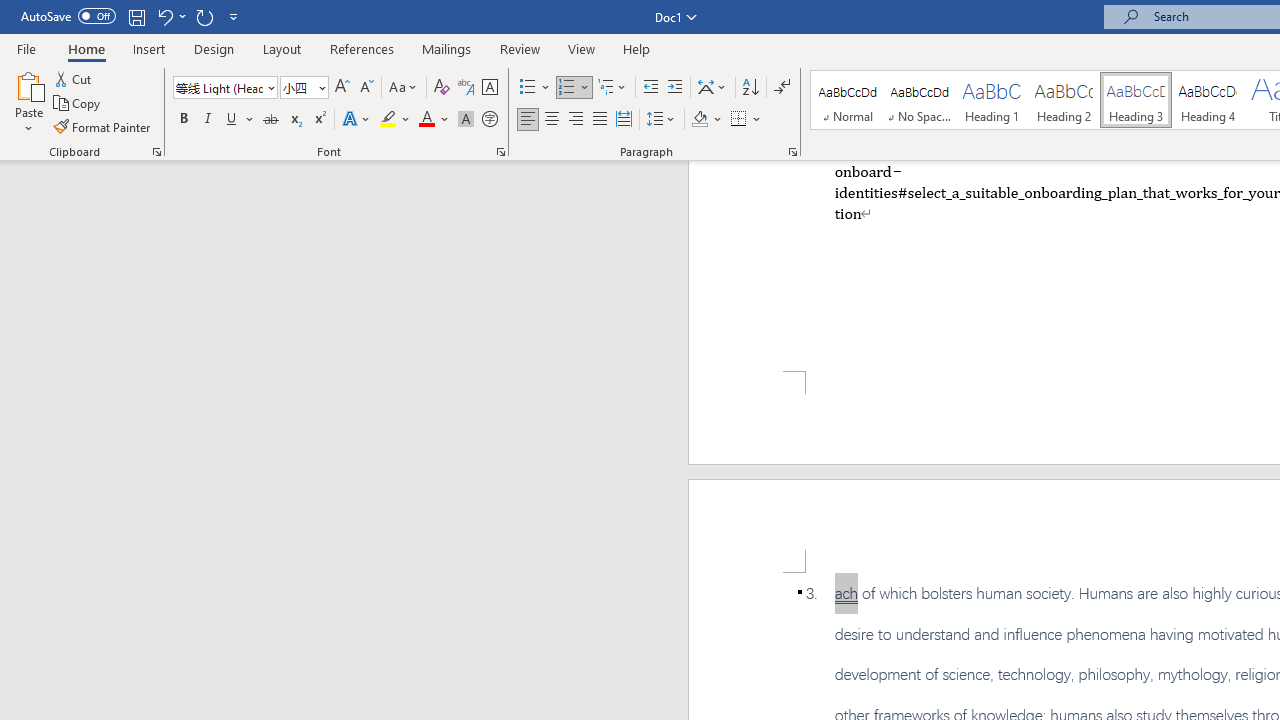 The height and width of the screenshot is (720, 1280). What do you see at coordinates (1136, 100) in the screenshot?
I see `'Heading 3'` at bounding box center [1136, 100].